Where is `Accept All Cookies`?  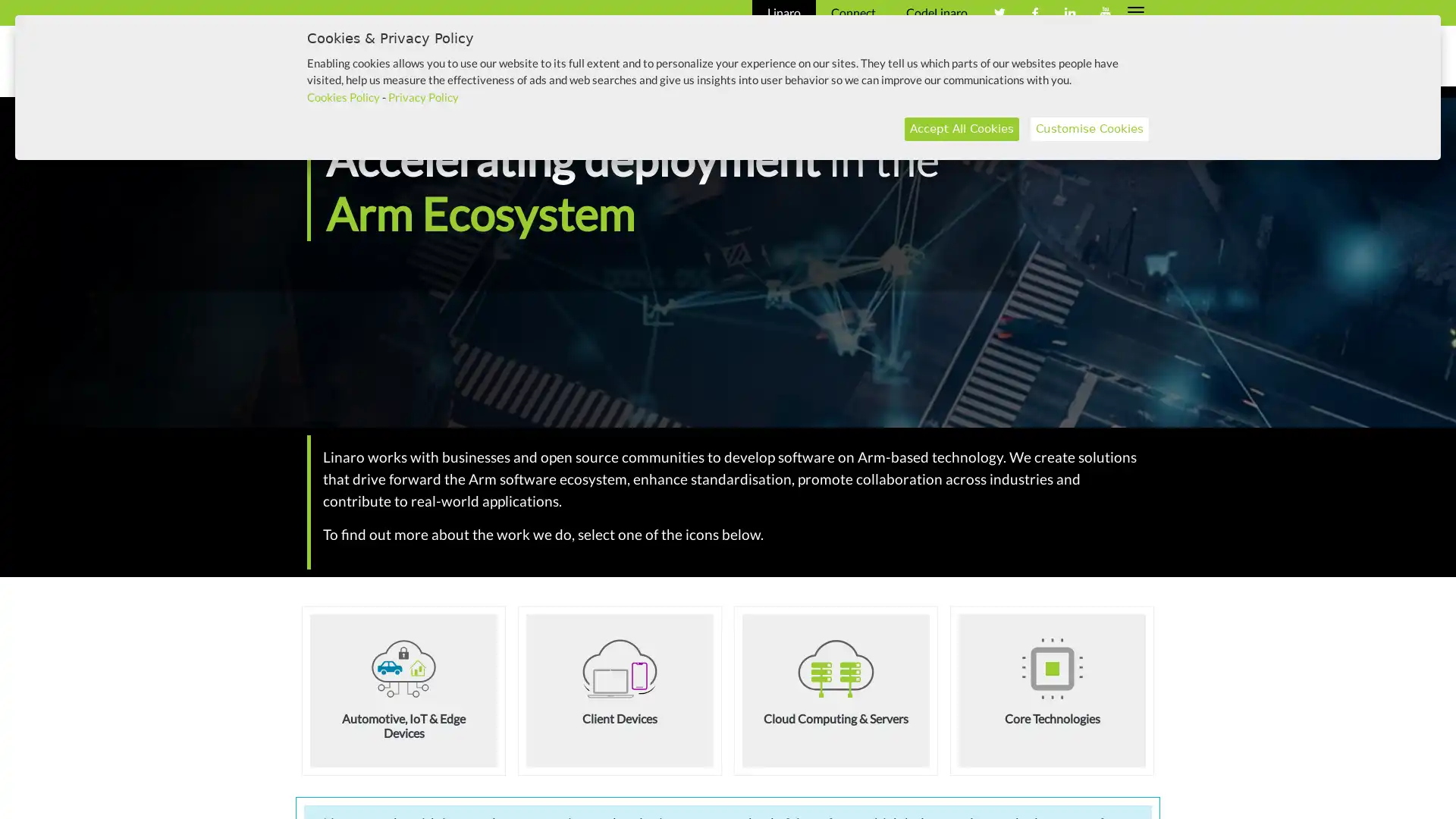
Accept All Cookies is located at coordinates (961, 128).